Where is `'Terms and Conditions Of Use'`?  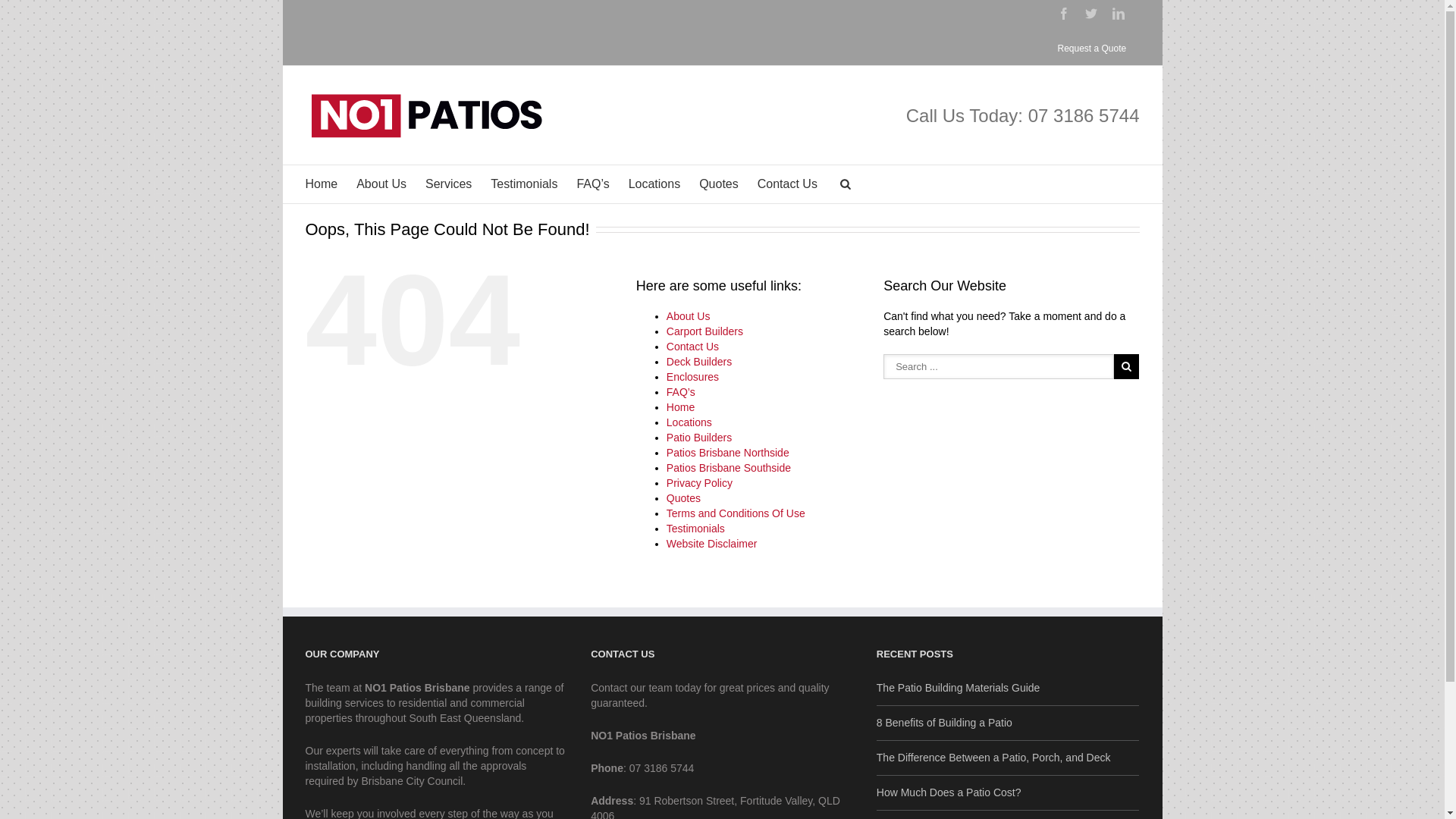 'Terms and Conditions Of Use' is located at coordinates (736, 513).